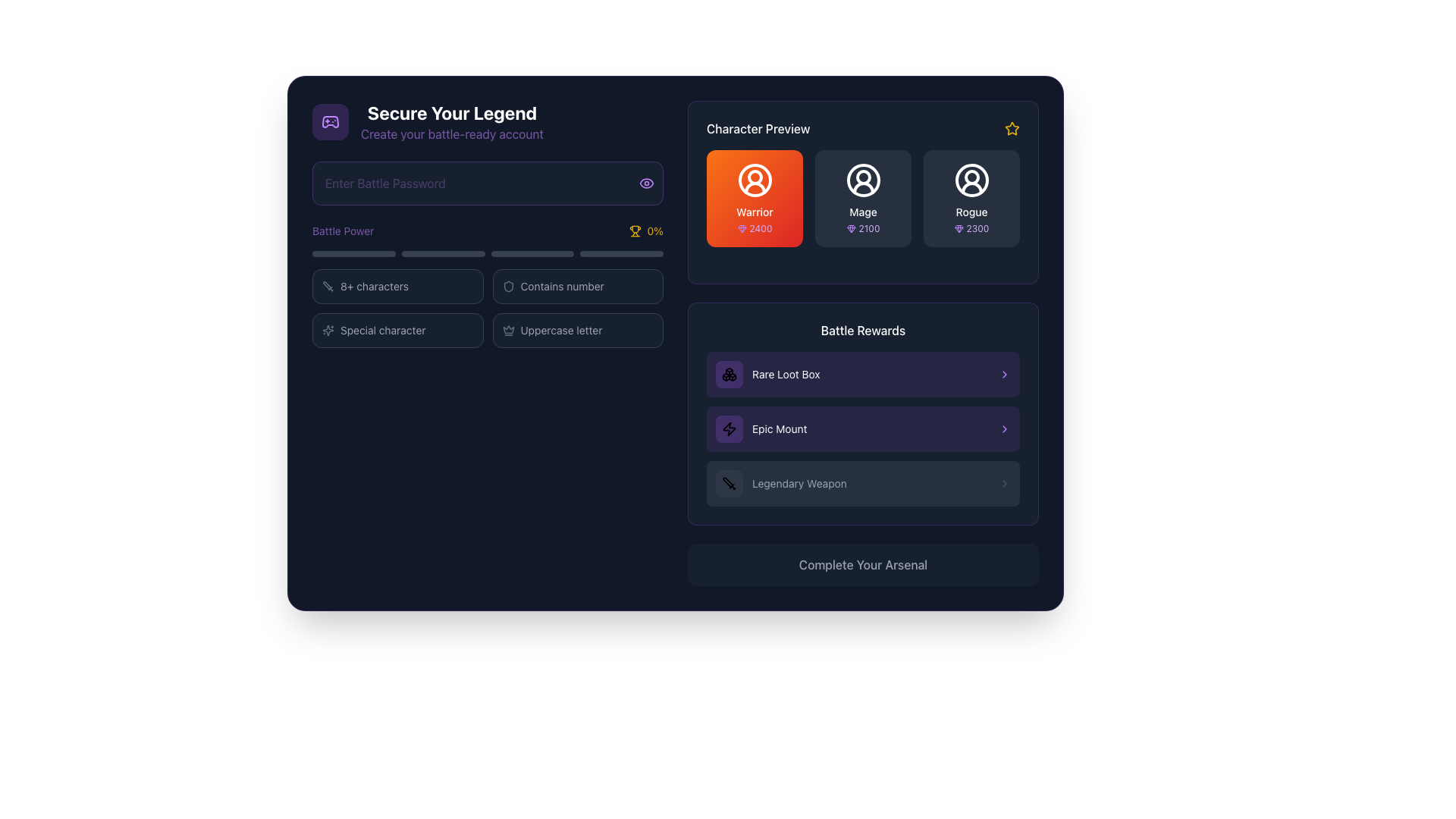 This screenshot has height=819, width=1456. What do you see at coordinates (327, 329) in the screenshot?
I see `the decorative icon positioned to the left of the text labeled 'Special character'` at bounding box center [327, 329].